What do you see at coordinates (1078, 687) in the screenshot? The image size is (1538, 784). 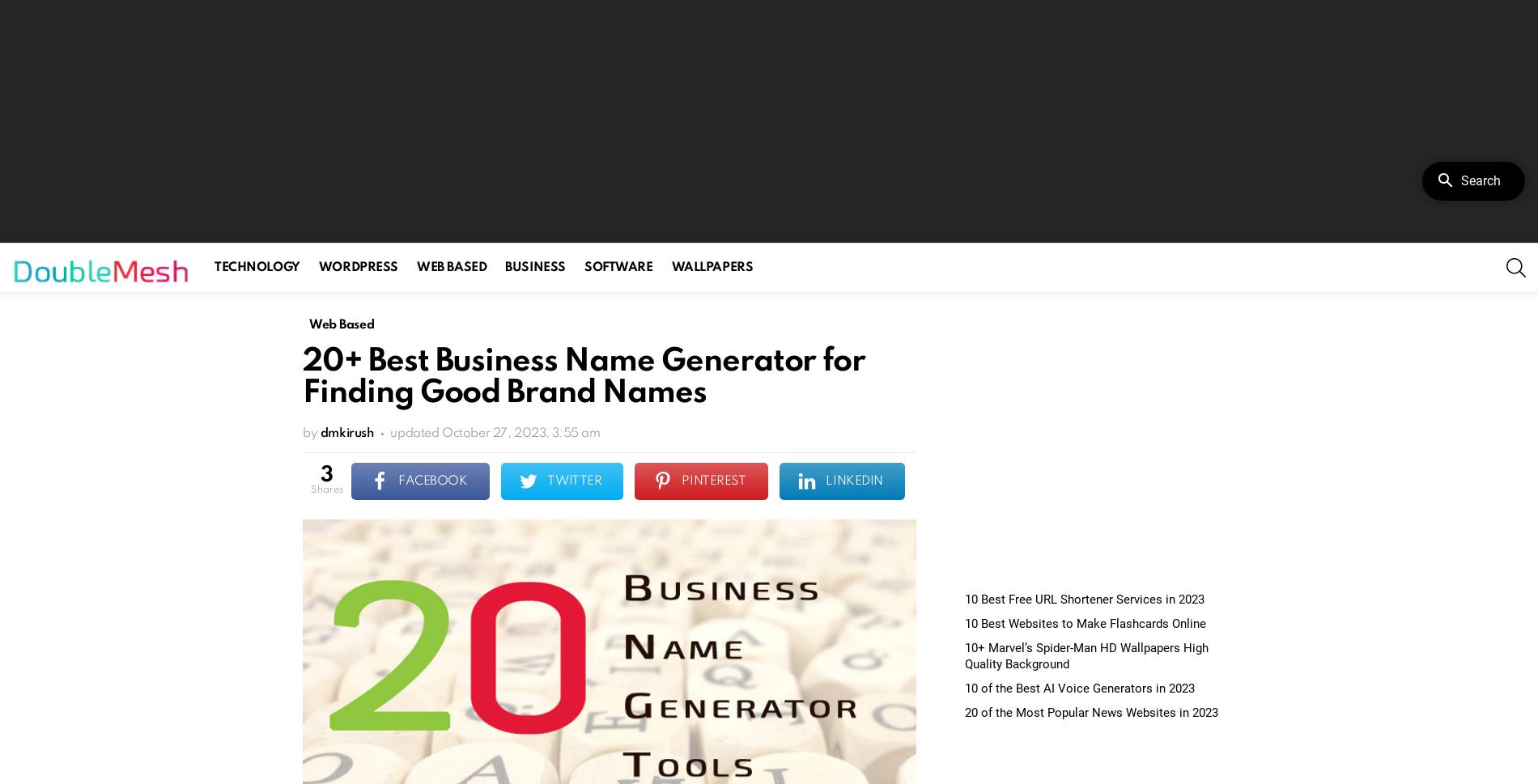 I see `'10 of the Best AI Voice Generators in 2023'` at bounding box center [1078, 687].